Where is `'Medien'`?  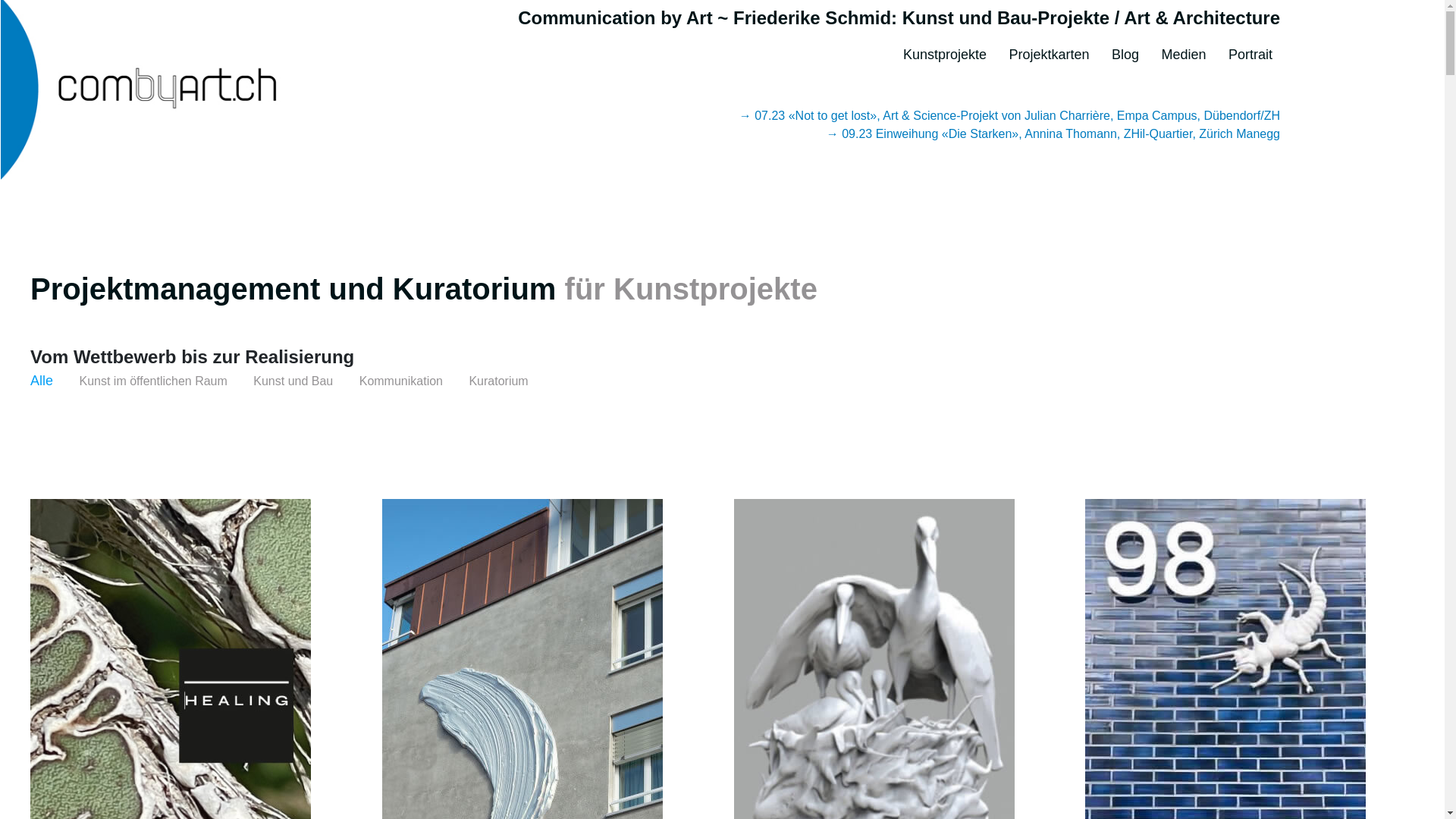
'Medien' is located at coordinates (1160, 49).